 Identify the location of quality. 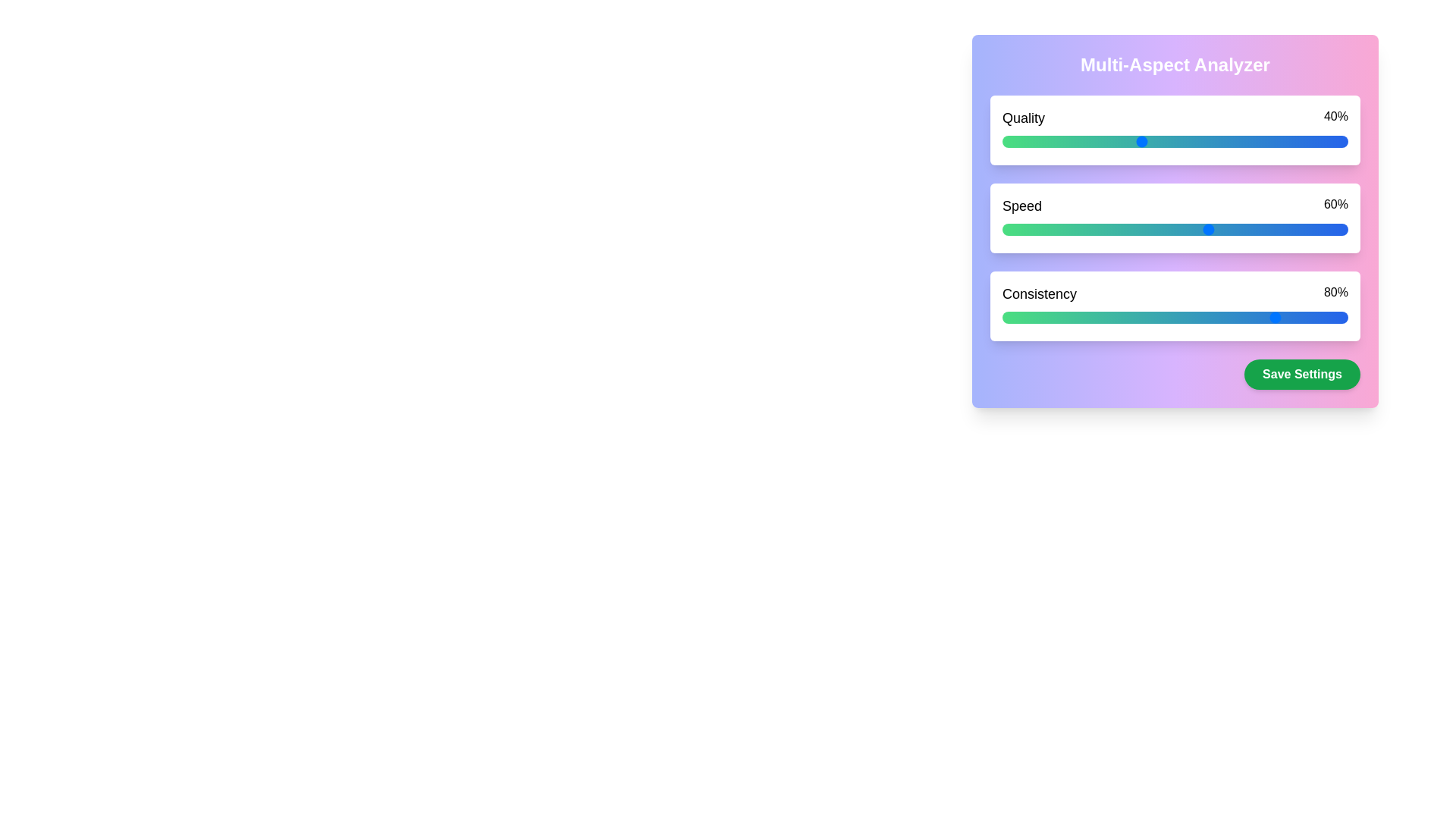
(1188, 141).